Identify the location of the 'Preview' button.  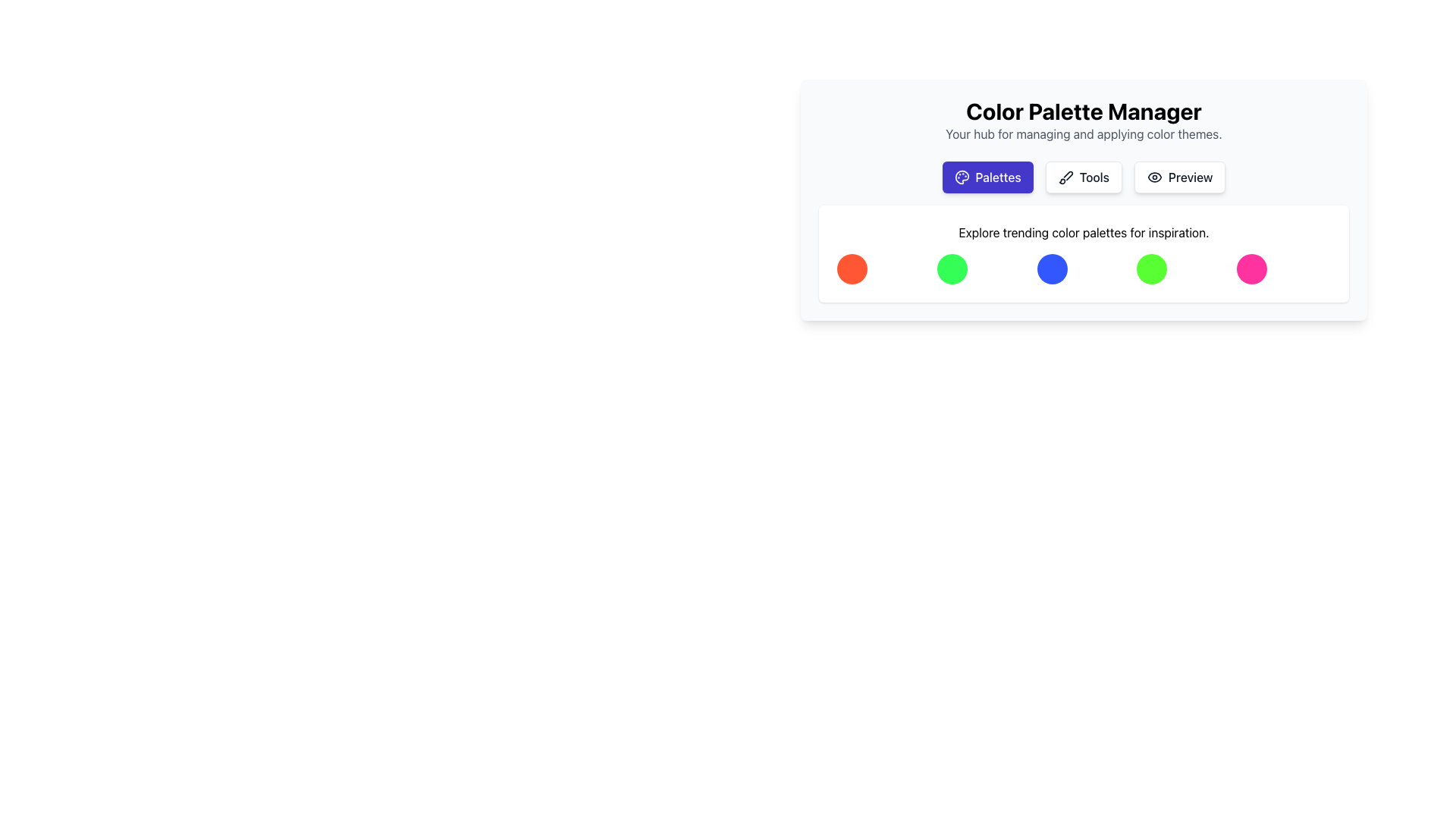
(1179, 177).